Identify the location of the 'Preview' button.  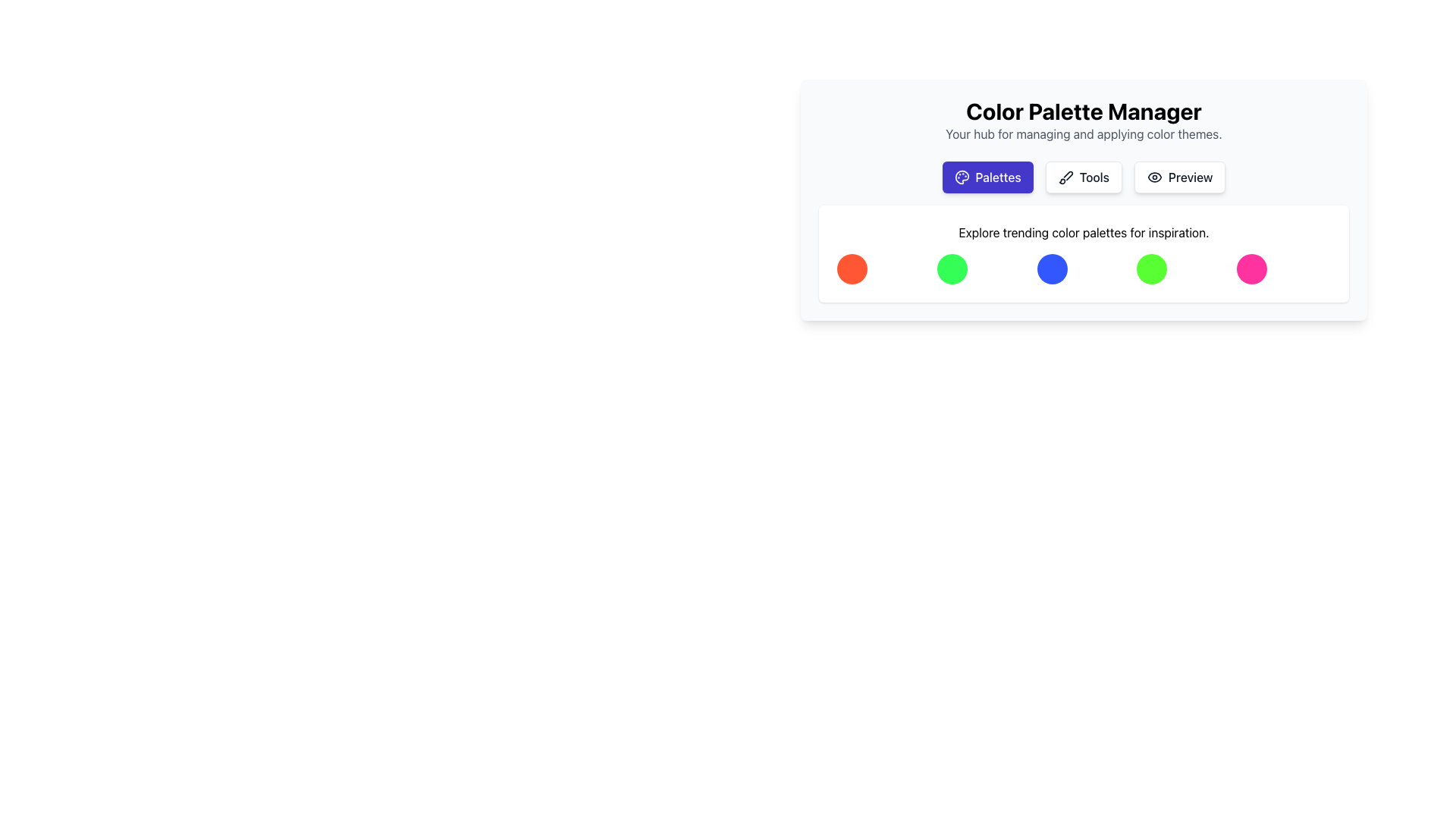
(1179, 177).